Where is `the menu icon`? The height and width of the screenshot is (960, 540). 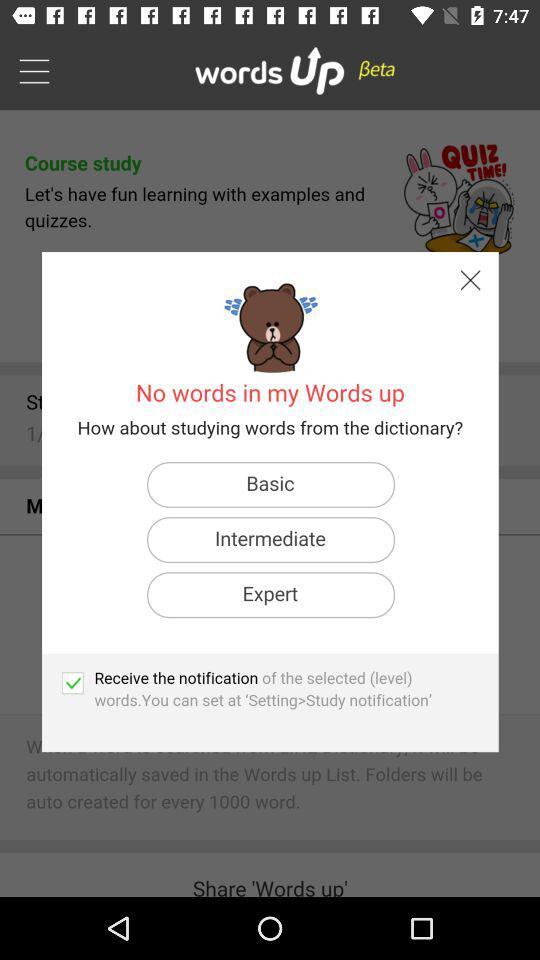
the menu icon is located at coordinates (33, 70).